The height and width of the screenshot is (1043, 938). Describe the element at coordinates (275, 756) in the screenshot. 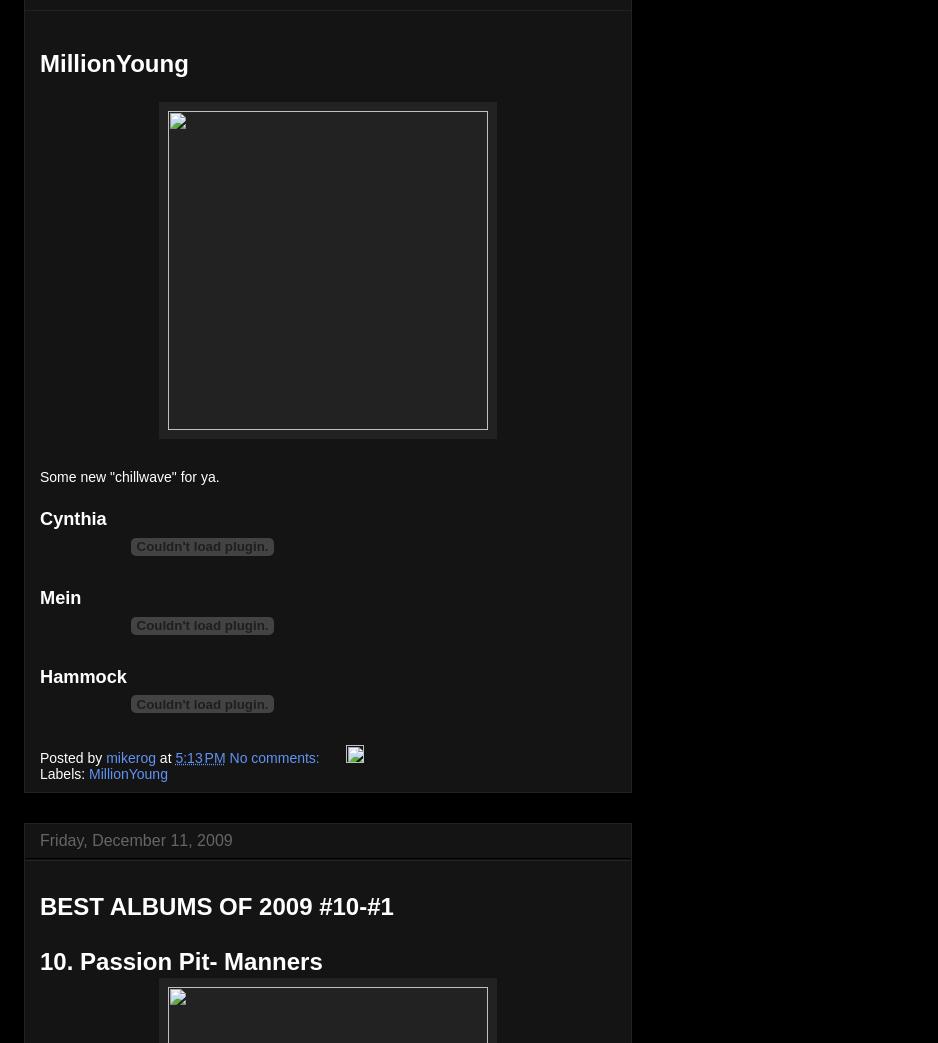

I see `'No comments:'` at that location.